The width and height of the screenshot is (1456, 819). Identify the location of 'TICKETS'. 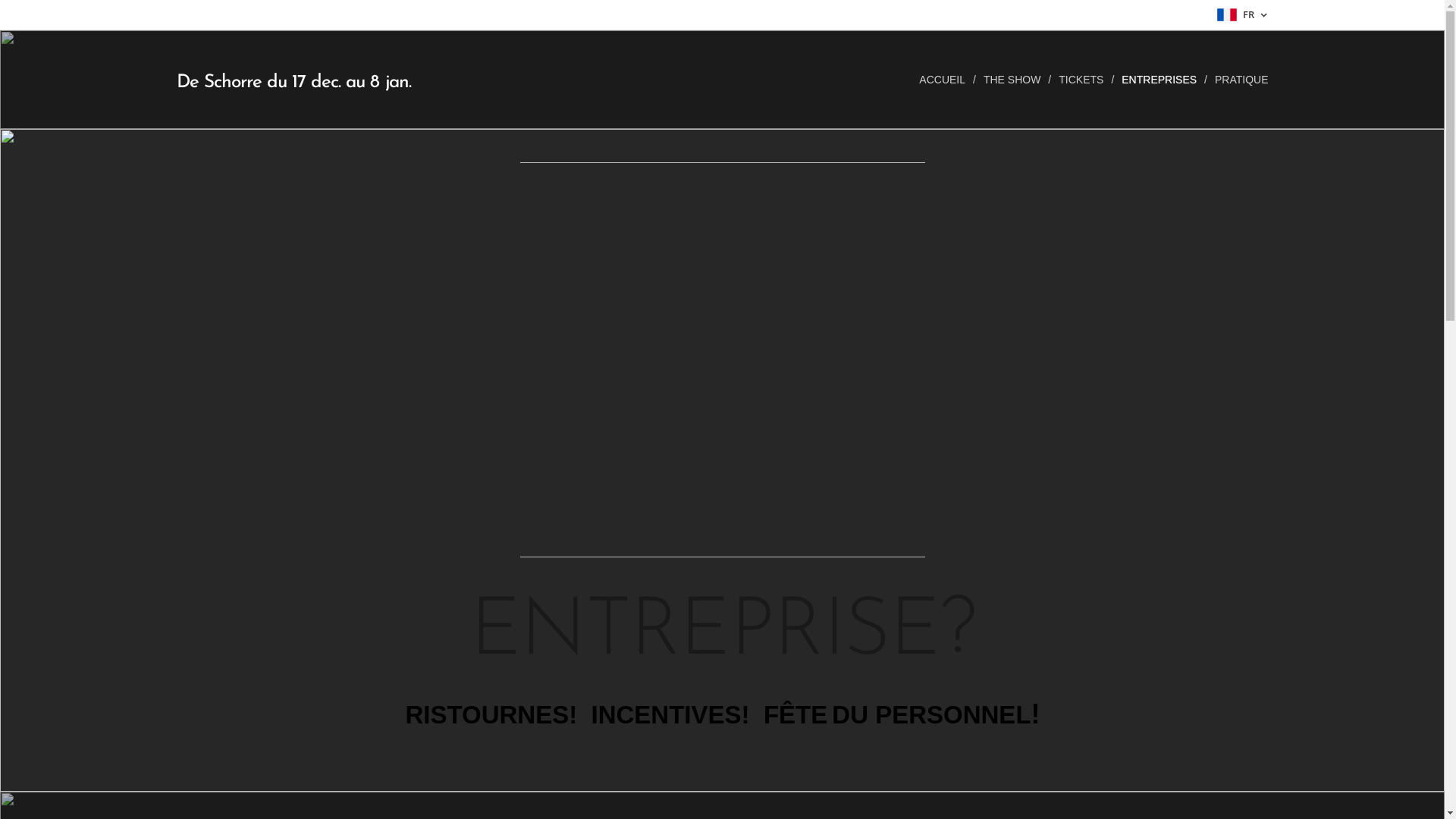
(1081, 79).